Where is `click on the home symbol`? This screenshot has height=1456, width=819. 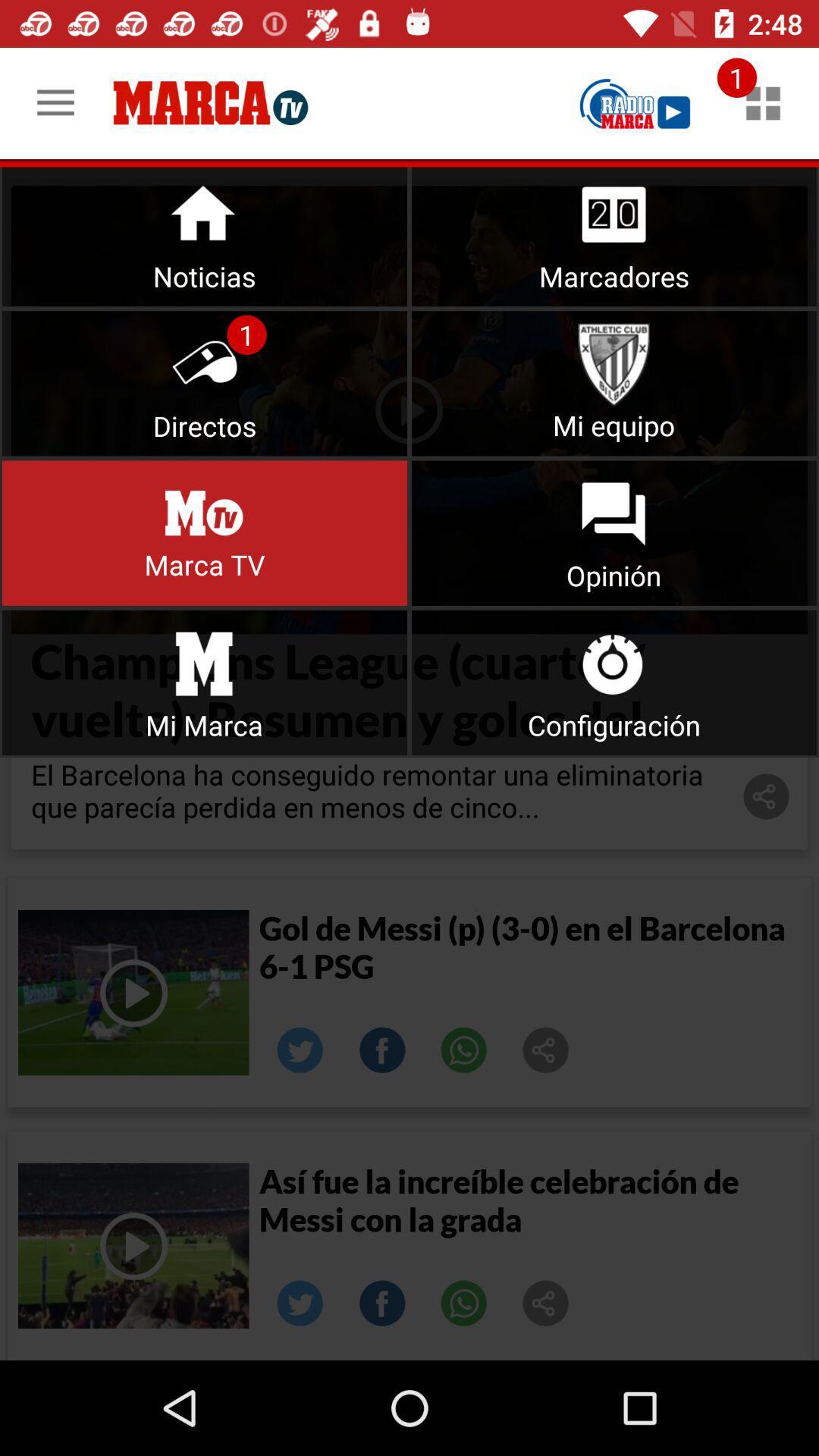 click on the home symbol is located at coordinates (205, 233).